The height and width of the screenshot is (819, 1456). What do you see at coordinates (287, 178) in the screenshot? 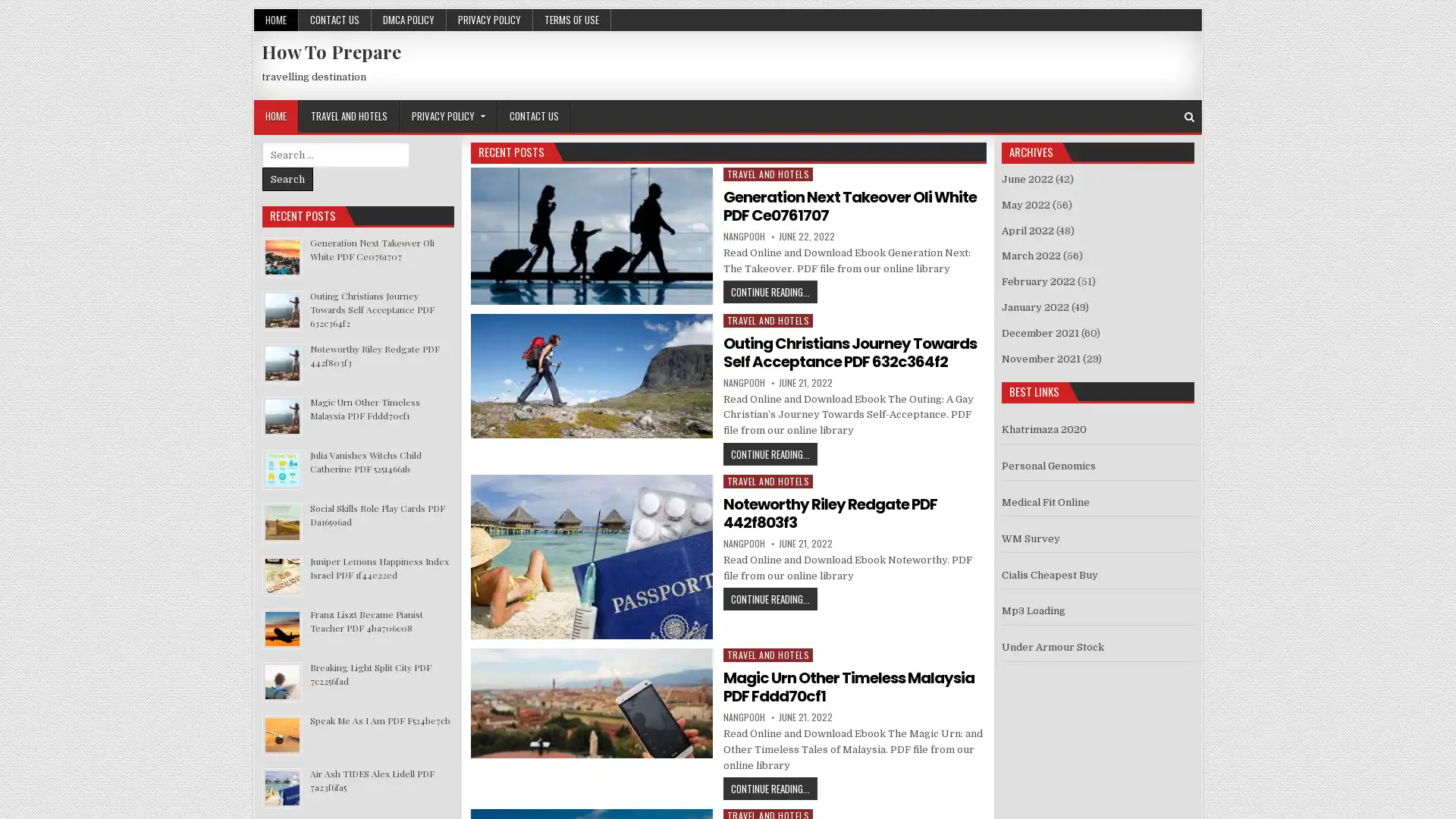
I see `Search` at bounding box center [287, 178].